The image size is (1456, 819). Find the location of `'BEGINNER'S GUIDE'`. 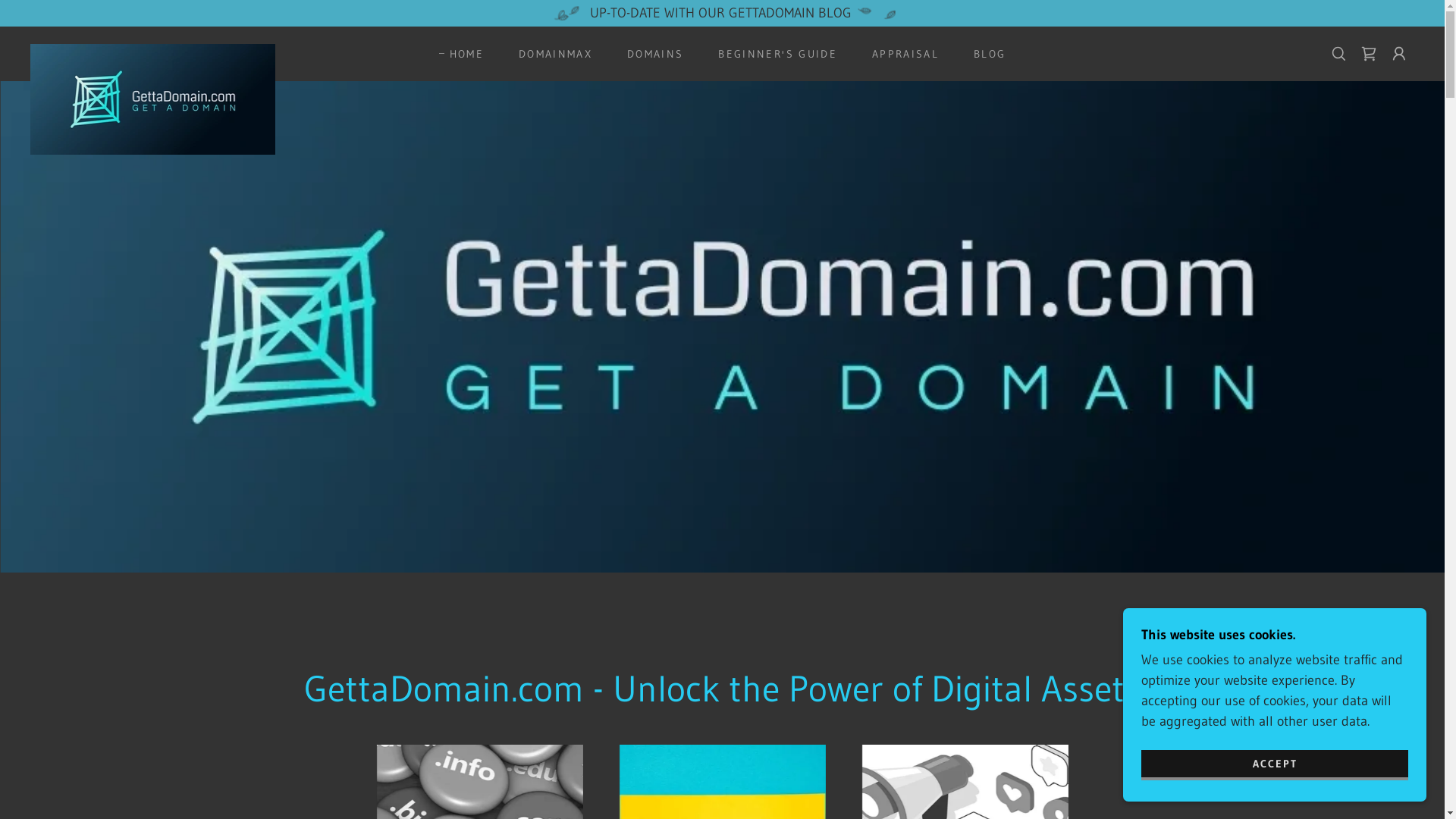

'BEGINNER'S GUIDE' is located at coordinates (771, 52).